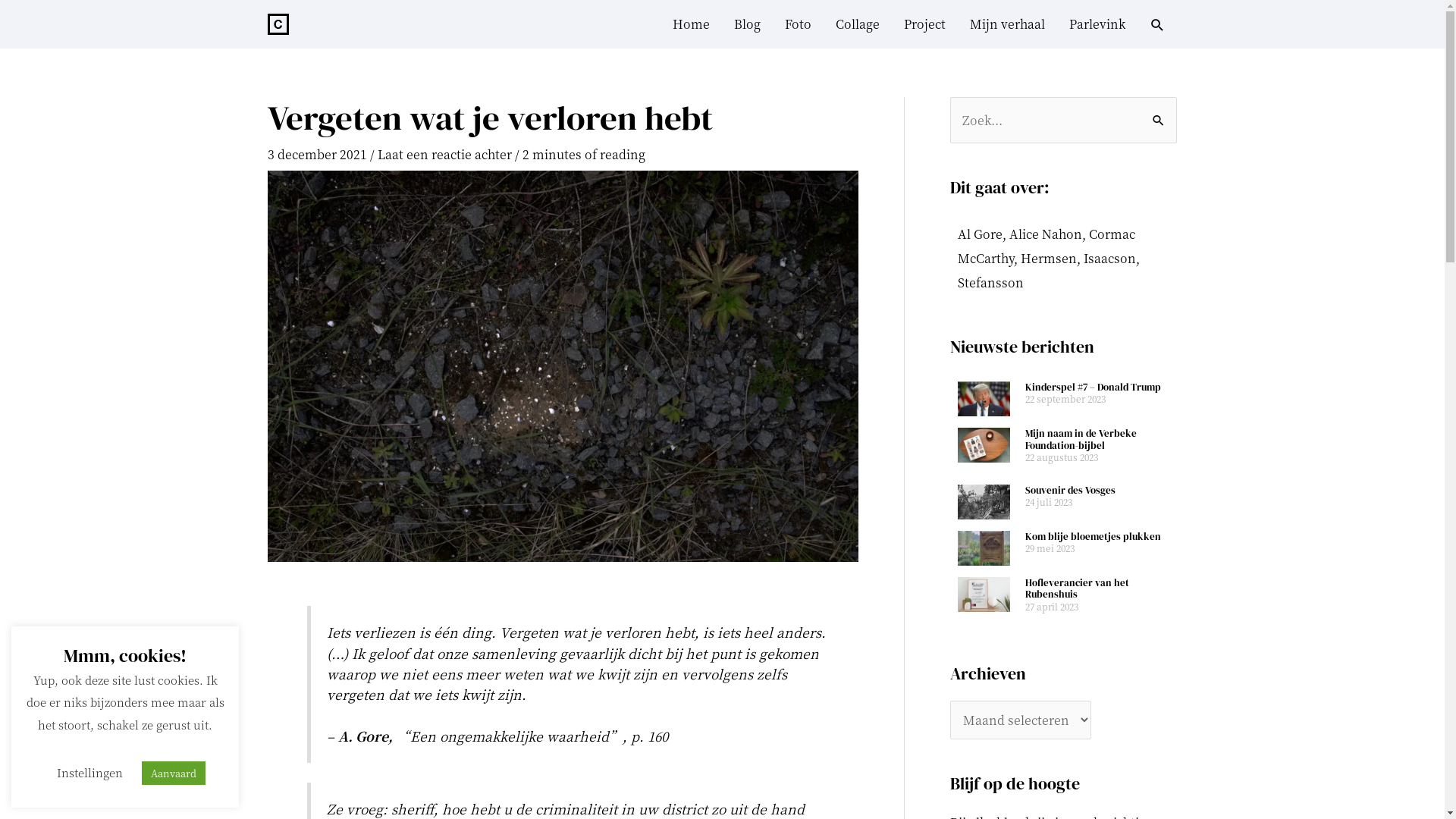 This screenshot has height=819, width=1456. Describe the element at coordinates (1109, 257) in the screenshot. I see `'Isaacson'` at that location.